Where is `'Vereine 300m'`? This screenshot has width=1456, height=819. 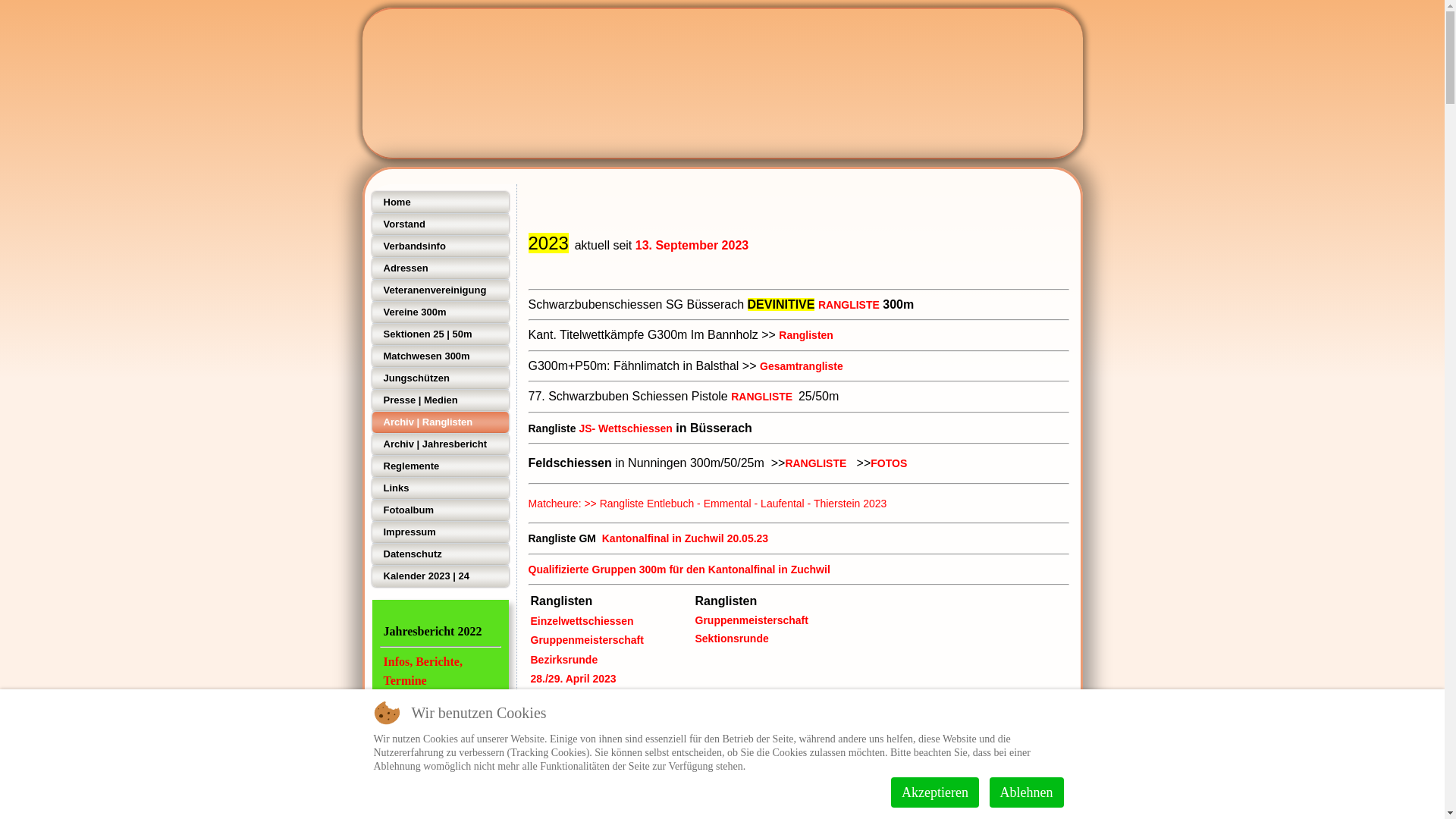 'Vereine 300m' is located at coordinates (439, 312).